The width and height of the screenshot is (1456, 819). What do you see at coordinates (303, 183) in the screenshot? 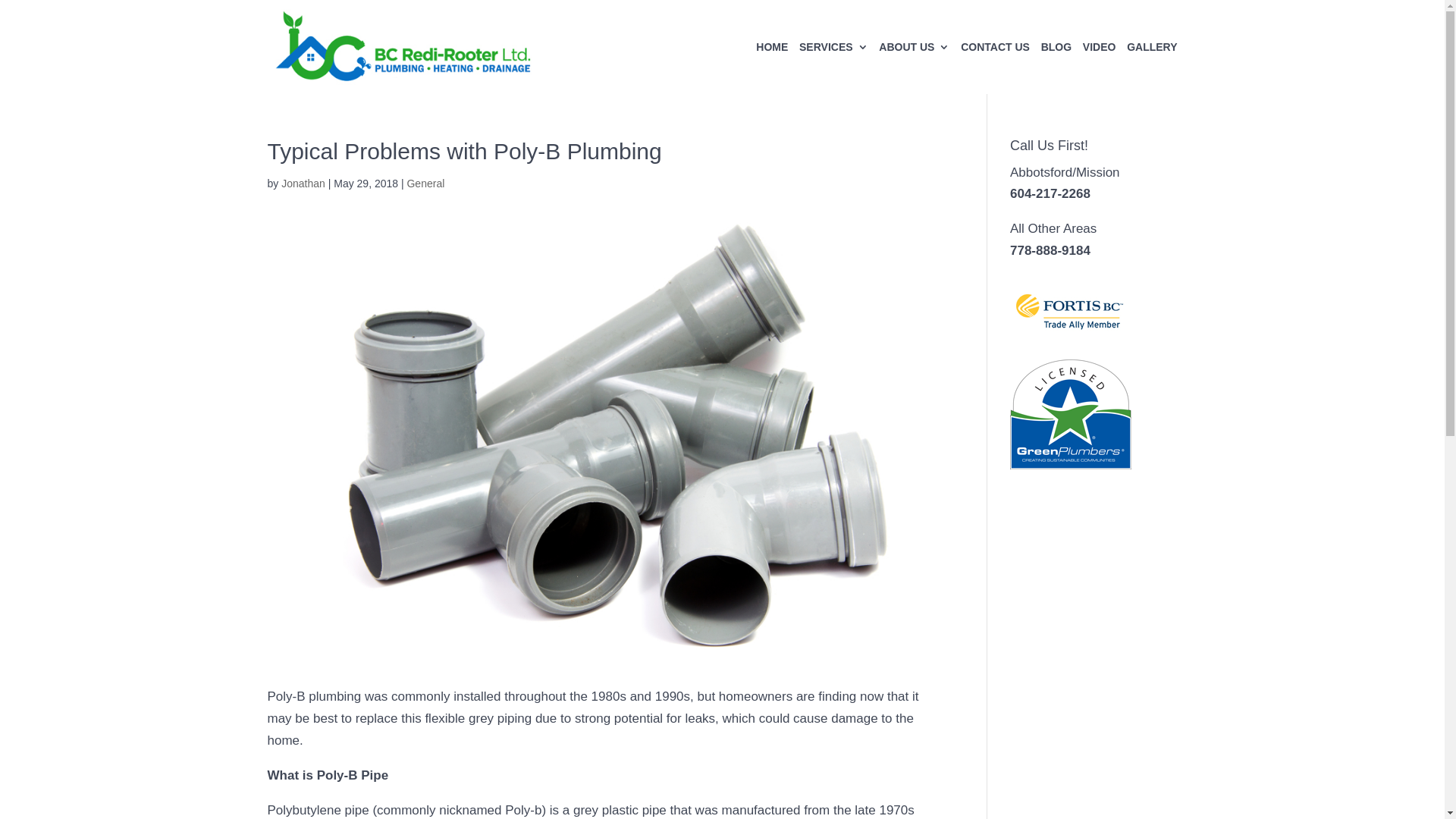
I see `'Jonathan'` at bounding box center [303, 183].